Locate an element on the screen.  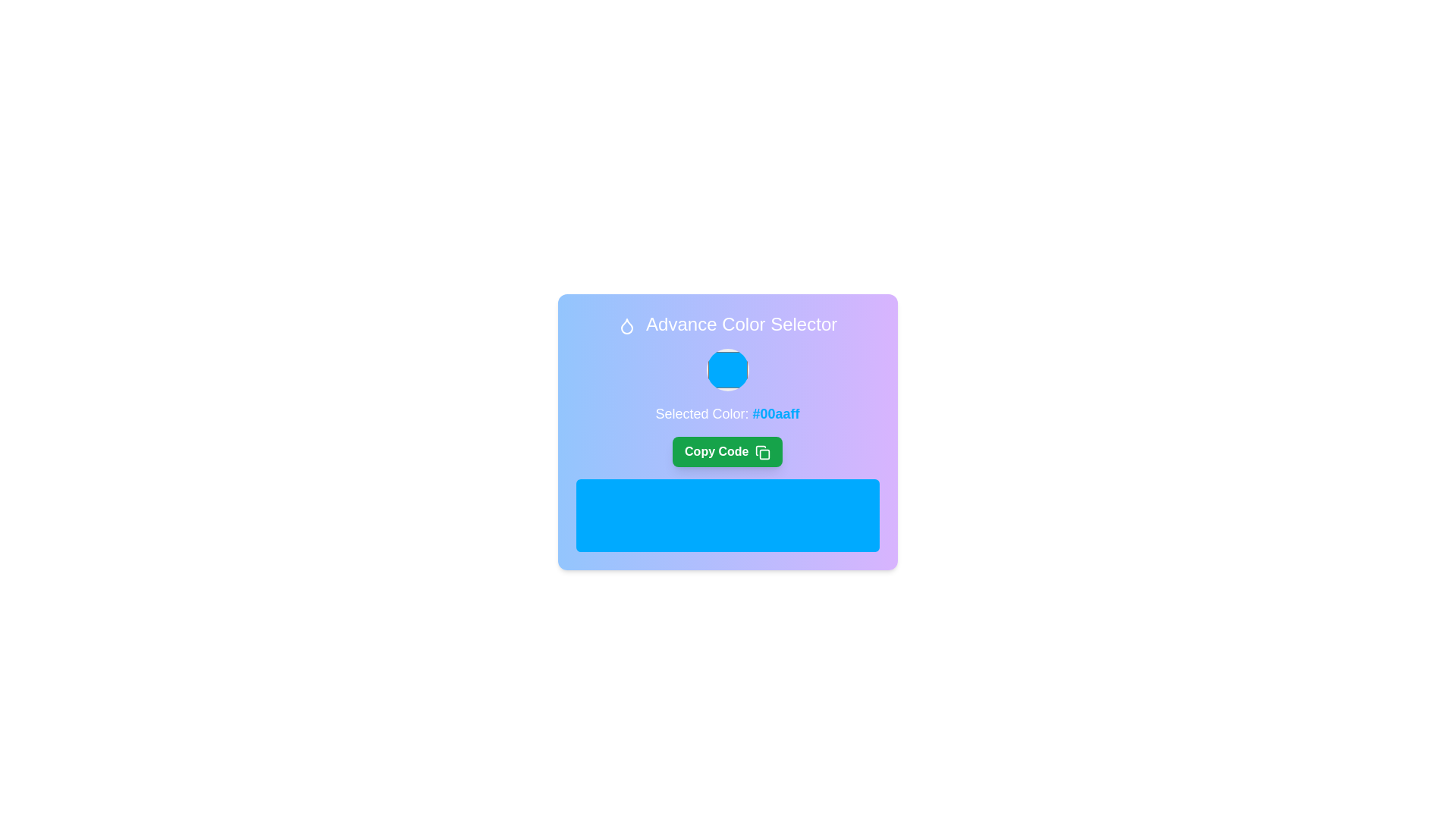
the green rounded rectangle button labeled 'Copy Code' is located at coordinates (726, 451).